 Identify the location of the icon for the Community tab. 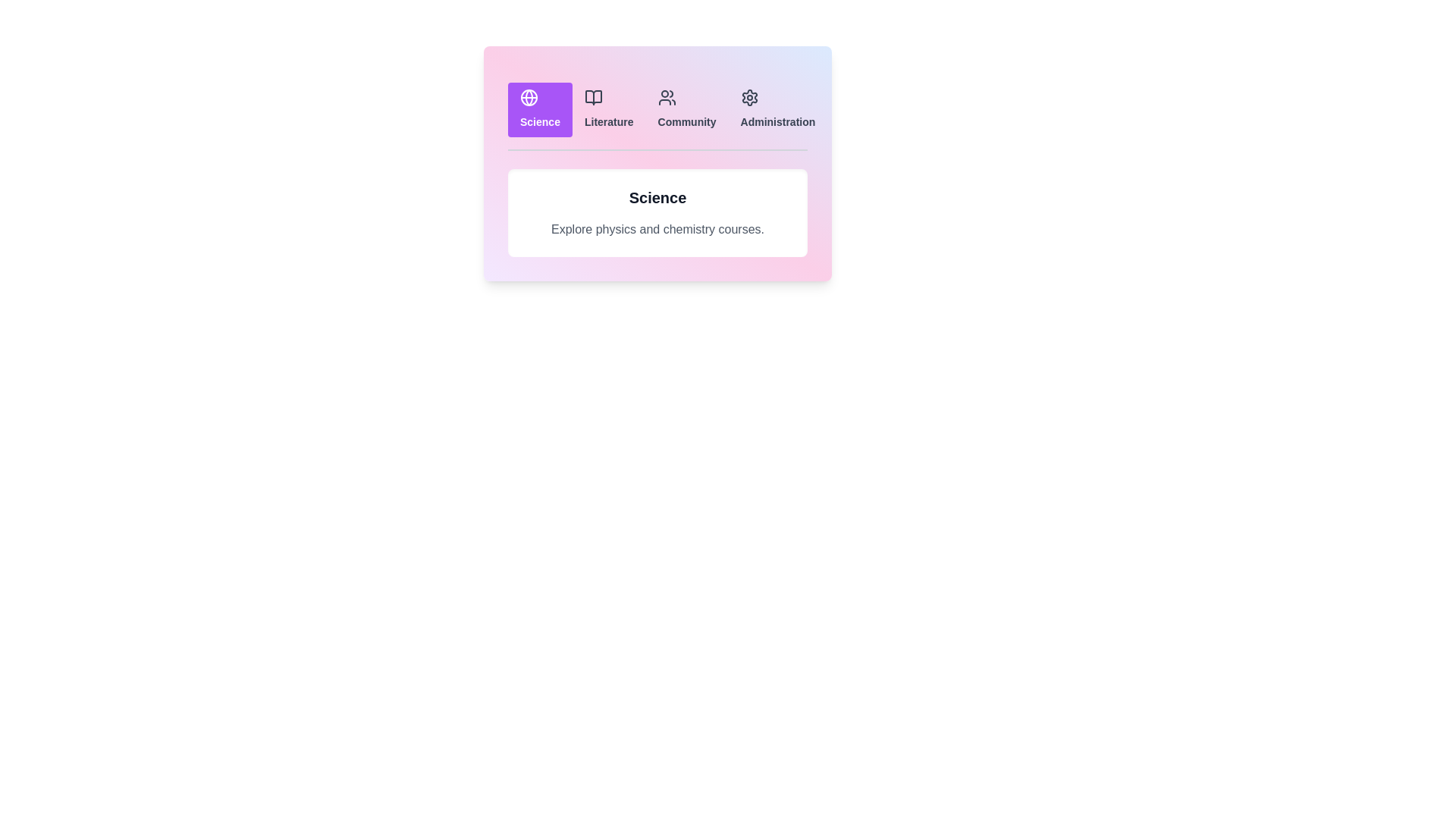
(667, 97).